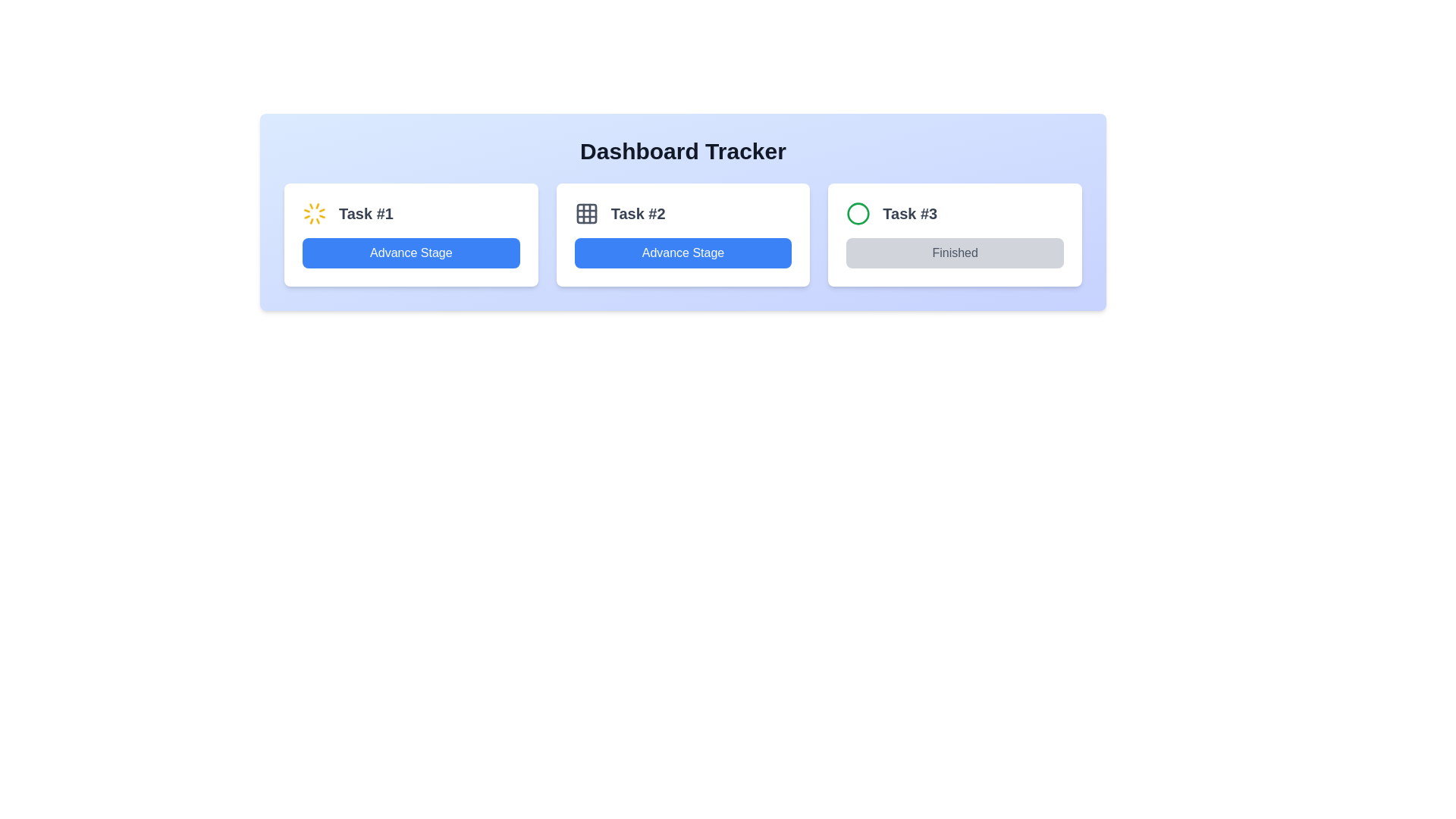 This screenshot has width=1456, height=819. What do you see at coordinates (411, 234) in the screenshot?
I see `the actionable button on the first task card in the dashboard interface to advance the task's stage` at bounding box center [411, 234].